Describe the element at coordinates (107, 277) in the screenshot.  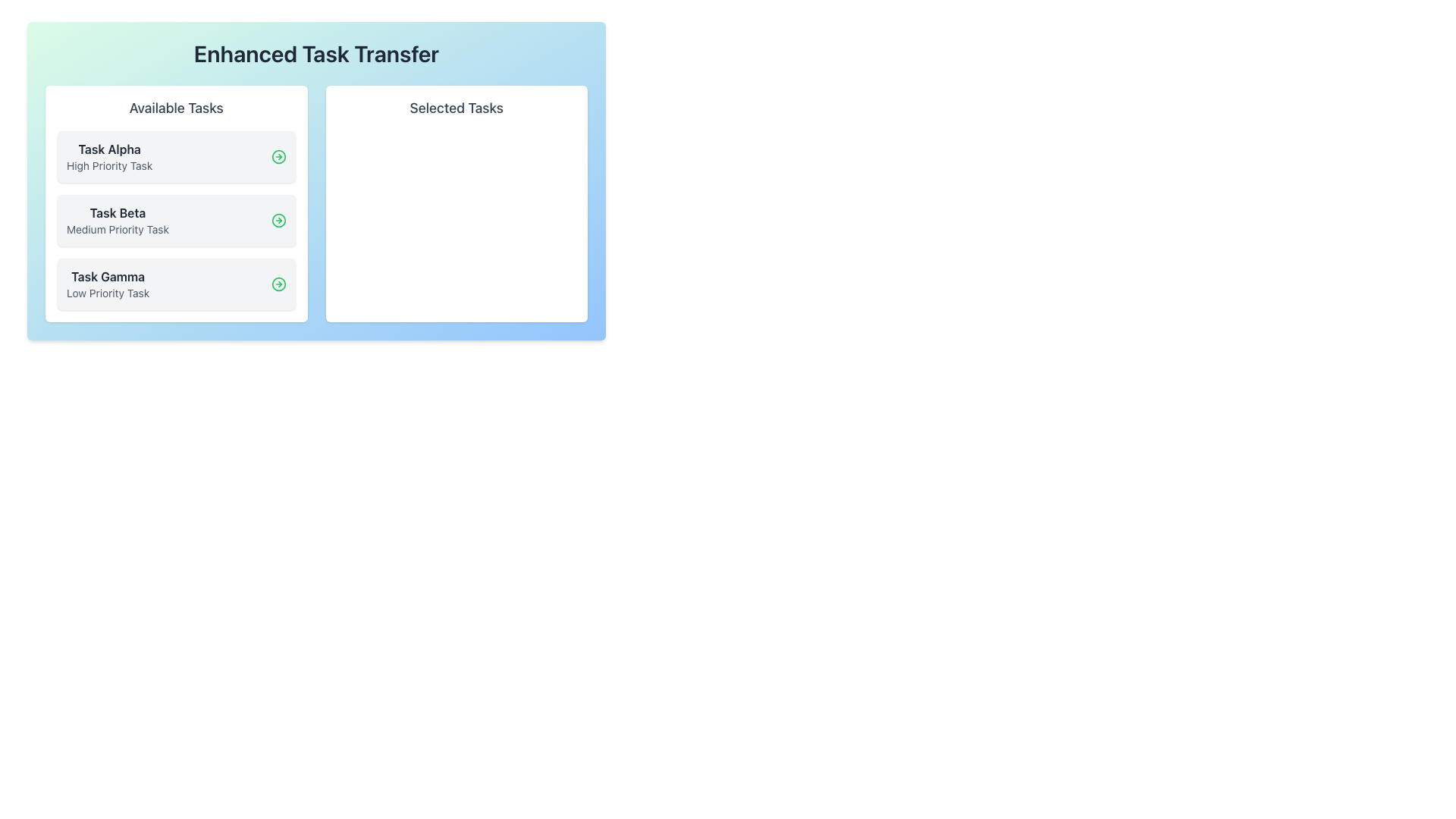
I see `the text label displaying 'Task Gamma', which is bold and dark gray, positioned above 'Low Priority Task' within the 'Available Tasks' panel` at that location.